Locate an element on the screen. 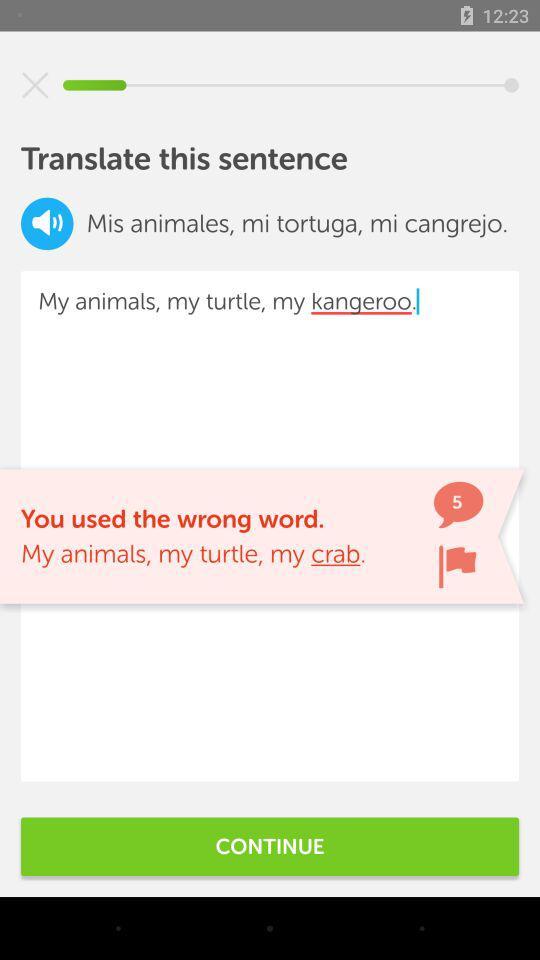 The width and height of the screenshot is (540, 960). the volume icon is located at coordinates (47, 223).